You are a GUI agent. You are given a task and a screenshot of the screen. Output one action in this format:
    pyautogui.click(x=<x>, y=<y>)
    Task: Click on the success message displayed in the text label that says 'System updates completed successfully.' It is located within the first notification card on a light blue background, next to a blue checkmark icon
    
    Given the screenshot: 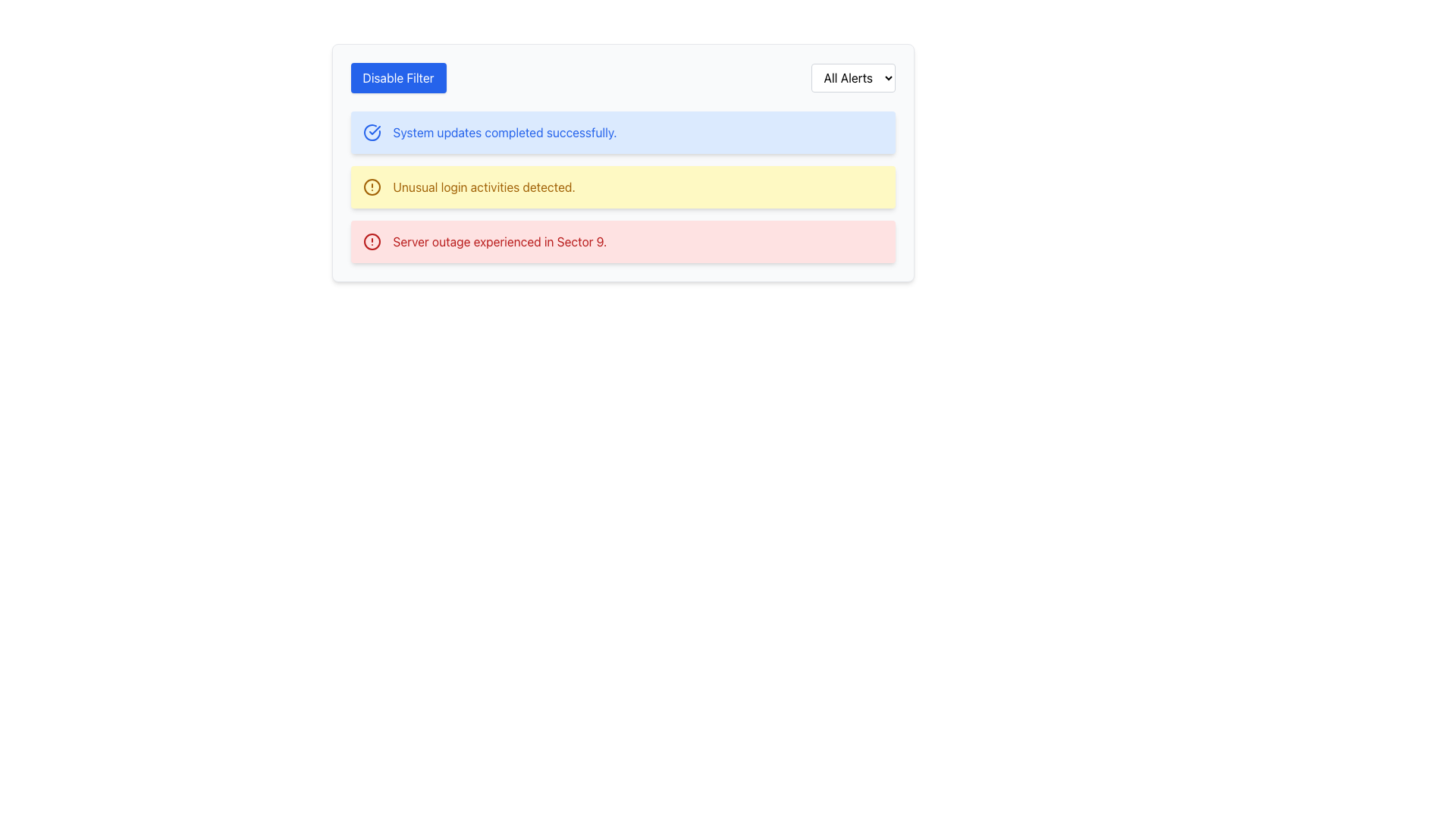 What is the action you would take?
    pyautogui.click(x=505, y=131)
    